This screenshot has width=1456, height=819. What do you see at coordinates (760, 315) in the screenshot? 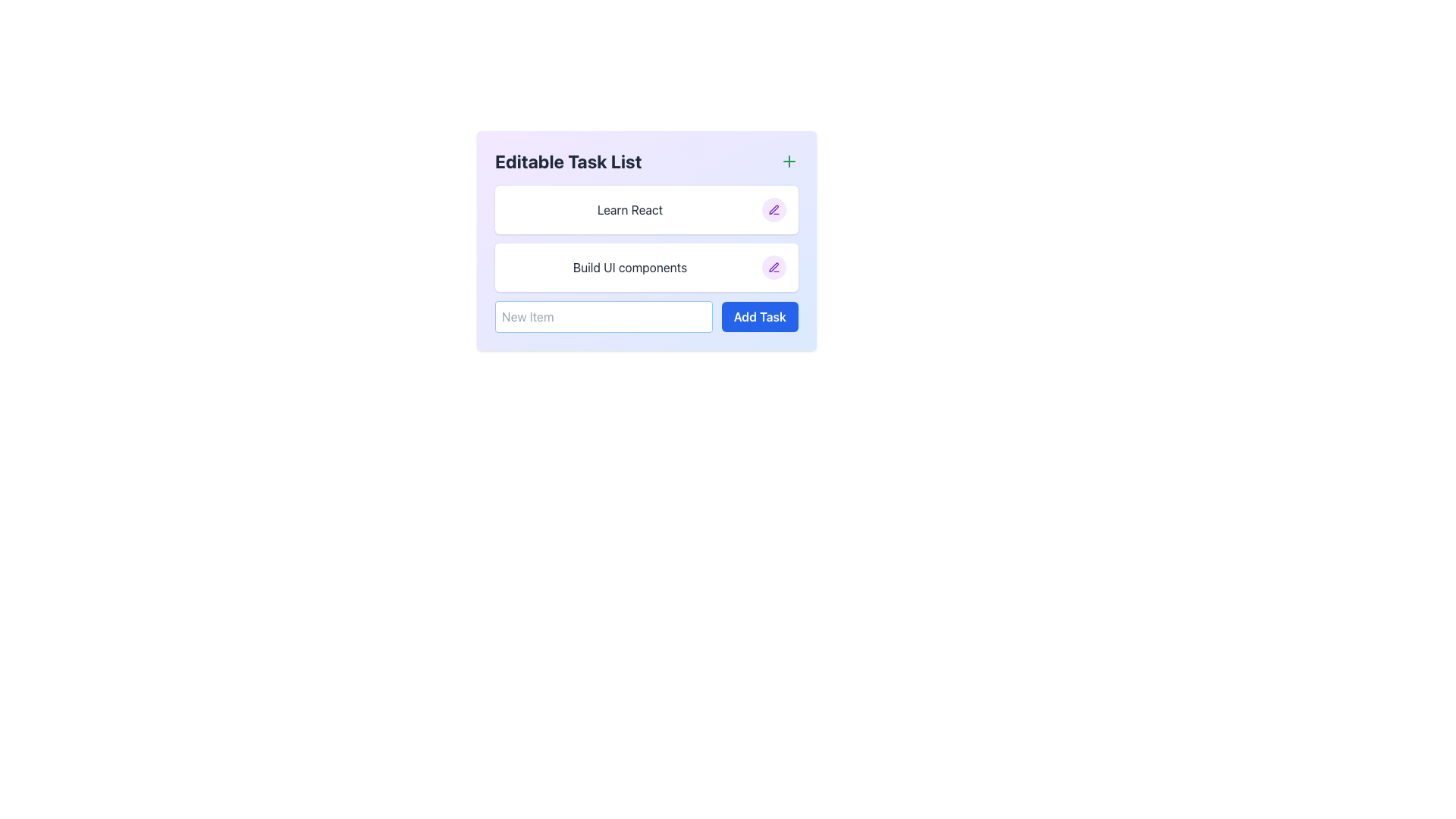
I see `the rectangular button with a blue background and bold white text labeled 'Add Task'` at bounding box center [760, 315].